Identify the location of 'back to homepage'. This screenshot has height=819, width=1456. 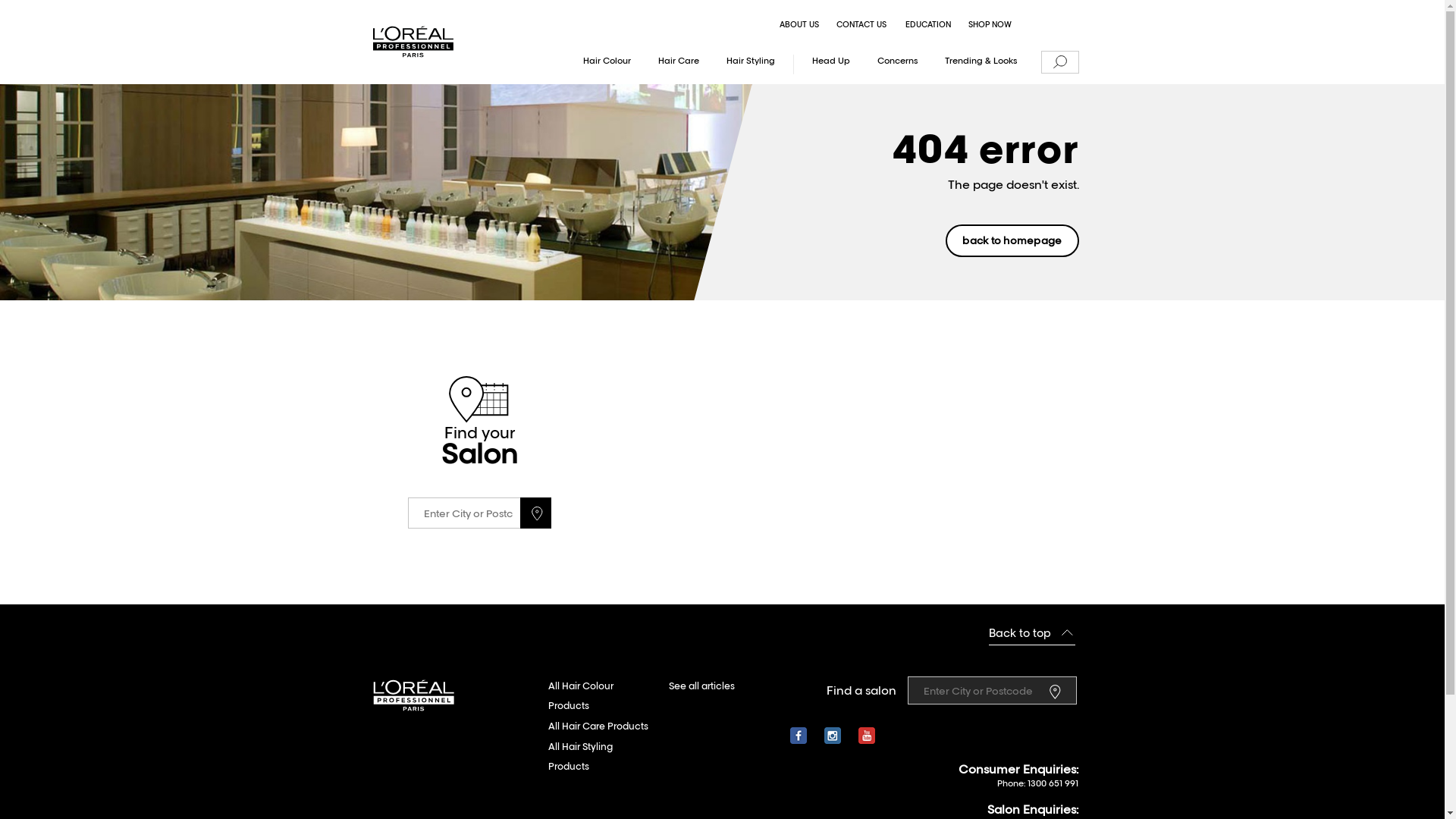
(1012, 240).